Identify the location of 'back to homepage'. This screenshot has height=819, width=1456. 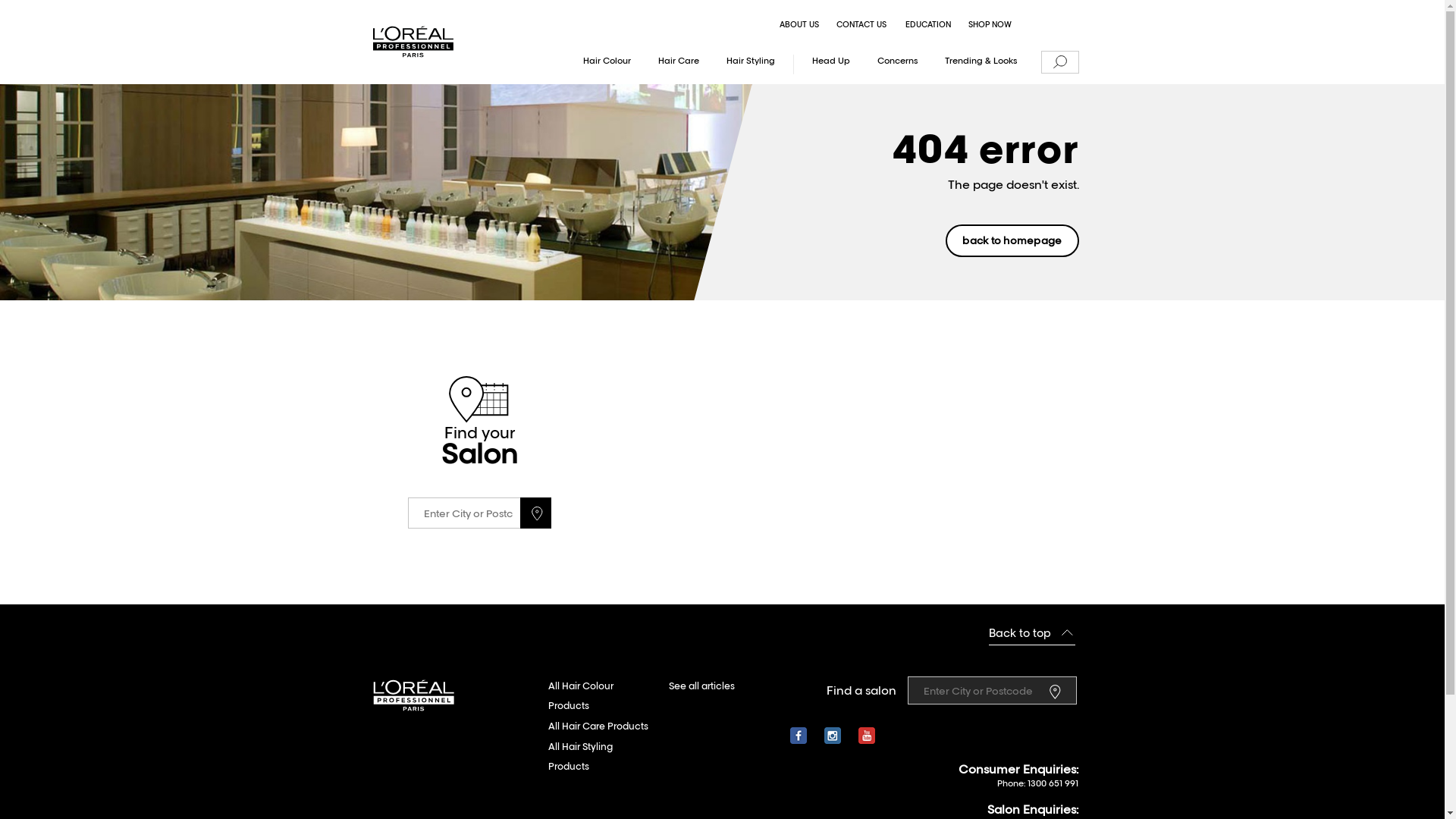
(1012, 240).